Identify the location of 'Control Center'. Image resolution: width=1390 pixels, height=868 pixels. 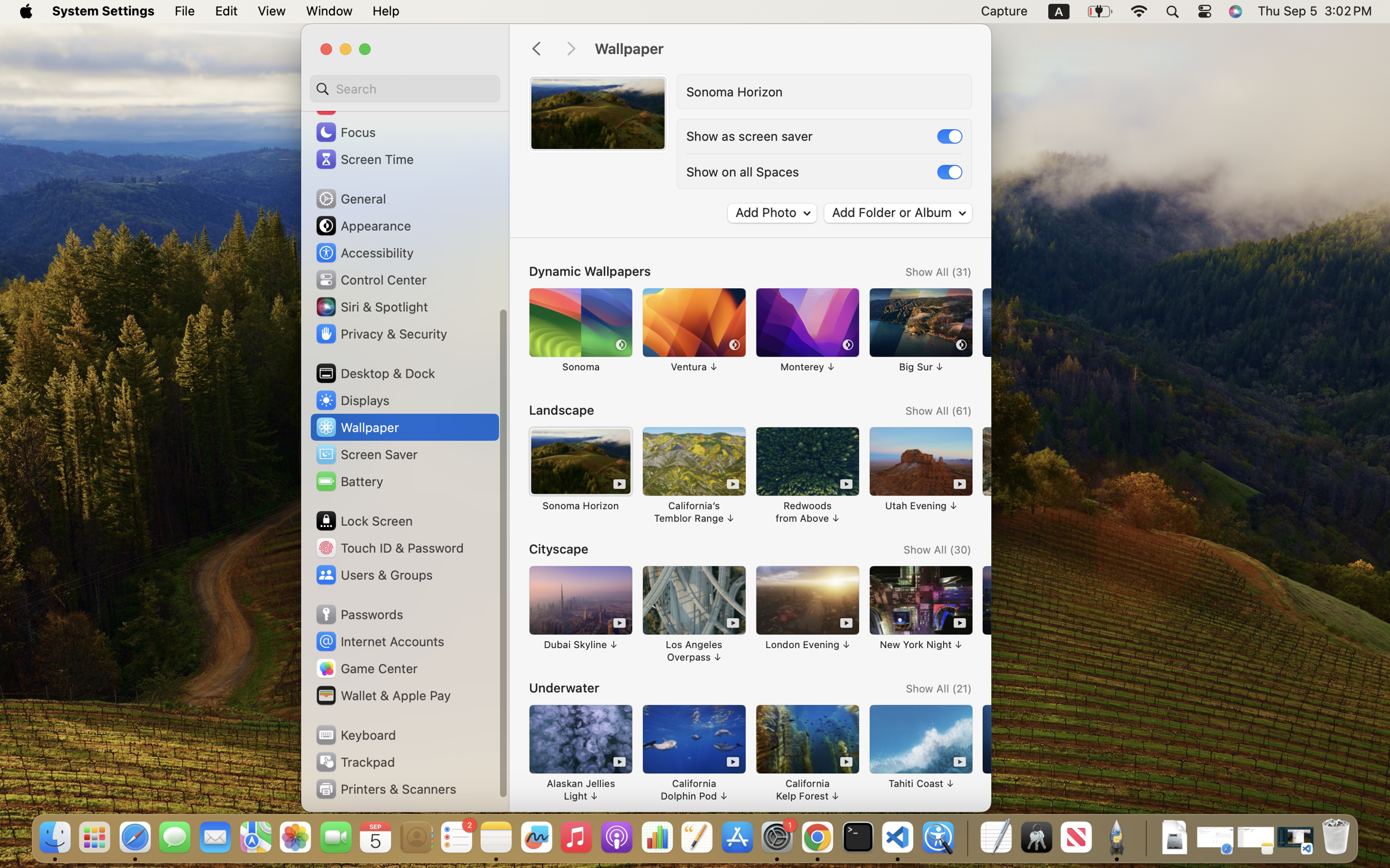
(370, 279).